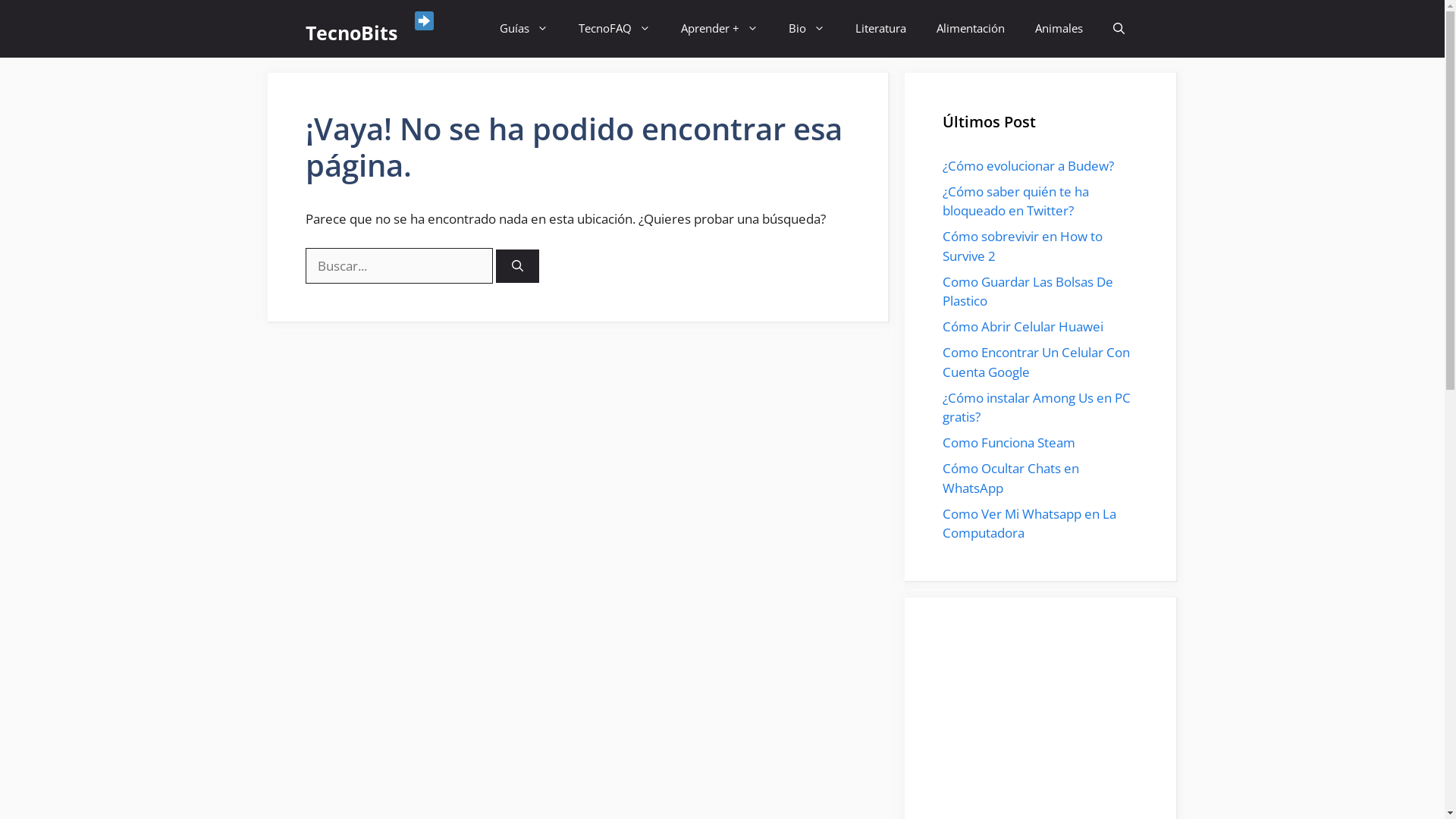 The width and height of the screenshot is (1456, 819). I want to click on 'Como Funciona Steam', so click(941, 442).